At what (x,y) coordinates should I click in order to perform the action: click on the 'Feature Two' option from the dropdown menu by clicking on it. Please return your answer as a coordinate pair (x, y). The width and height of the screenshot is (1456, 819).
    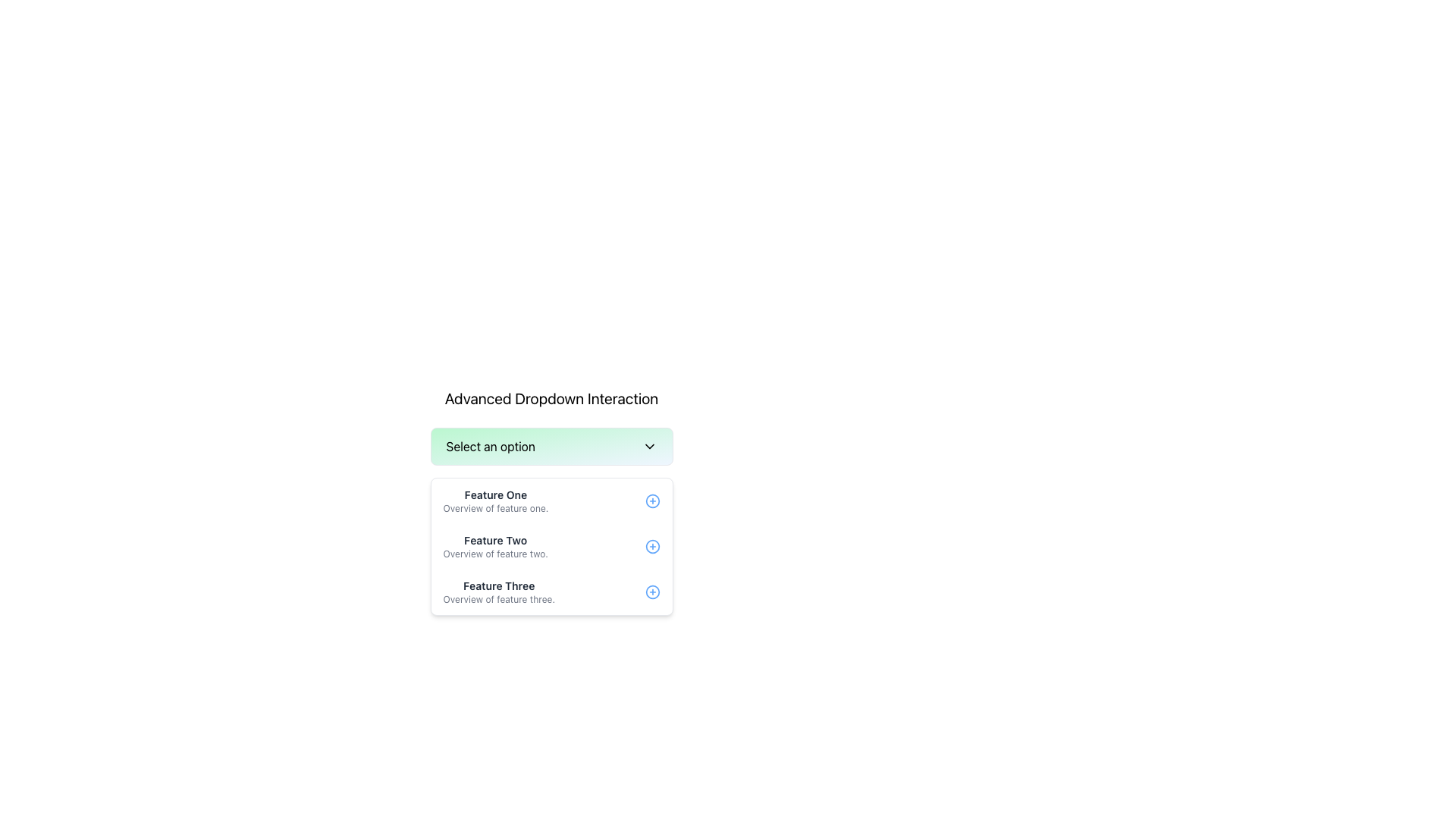
    Looking at the image, I should click on (495, 547).